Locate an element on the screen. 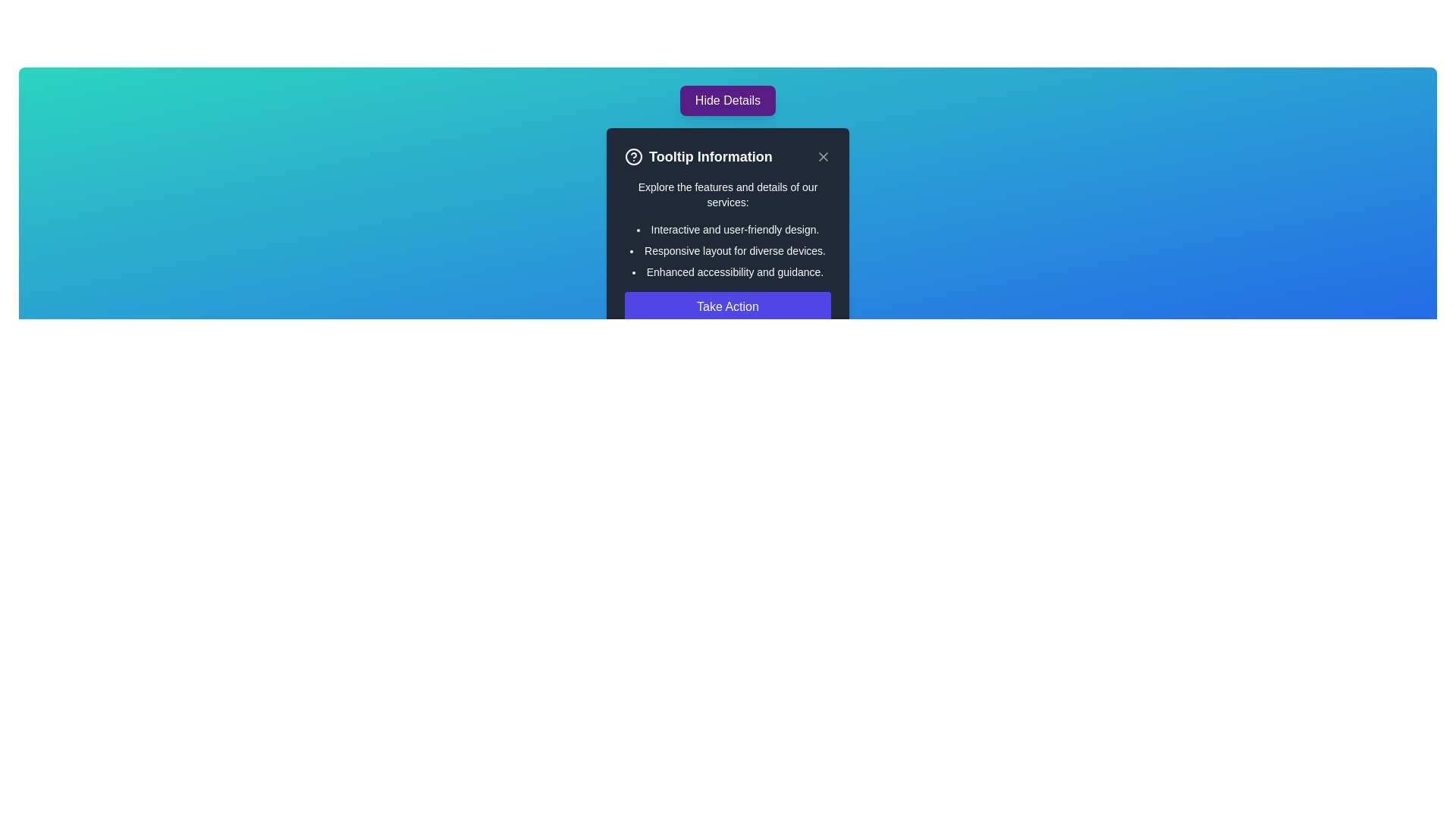 This screenshot has width=1456, height=819. the close button located in the top-right corner of the 'Tooltip Information' panel is located at coordinates (822, 157).